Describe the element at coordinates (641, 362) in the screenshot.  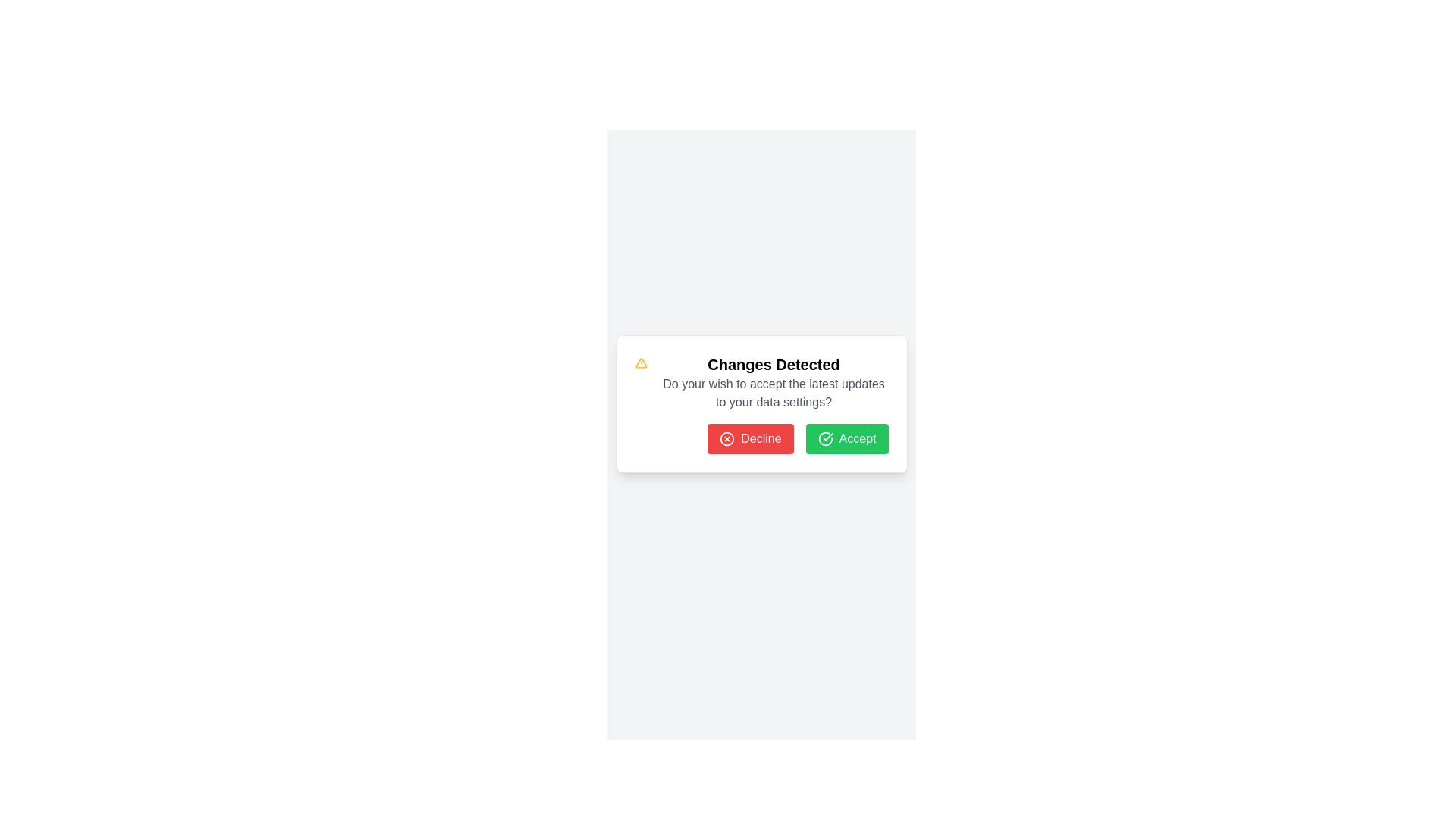
I see `the alert icon located in the upper-left part of the dialog box, next to the 'Changes Detected' title text` at that location.